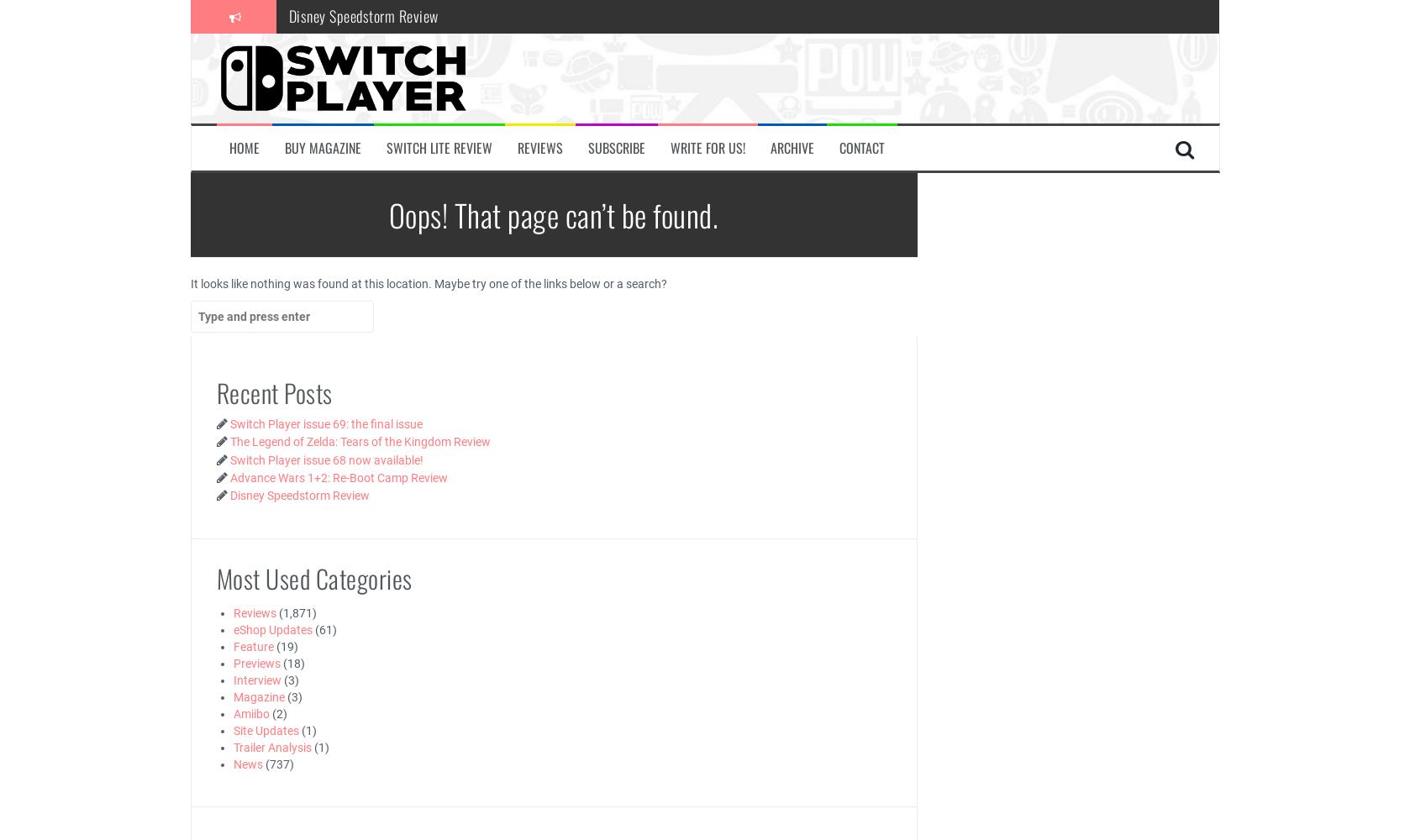 The width and height of the screenshot is (1410, 840). What do you see at coordinates (273, 646) in the screenshot?
I see `'(19)'` at bounding box center [273, 646].